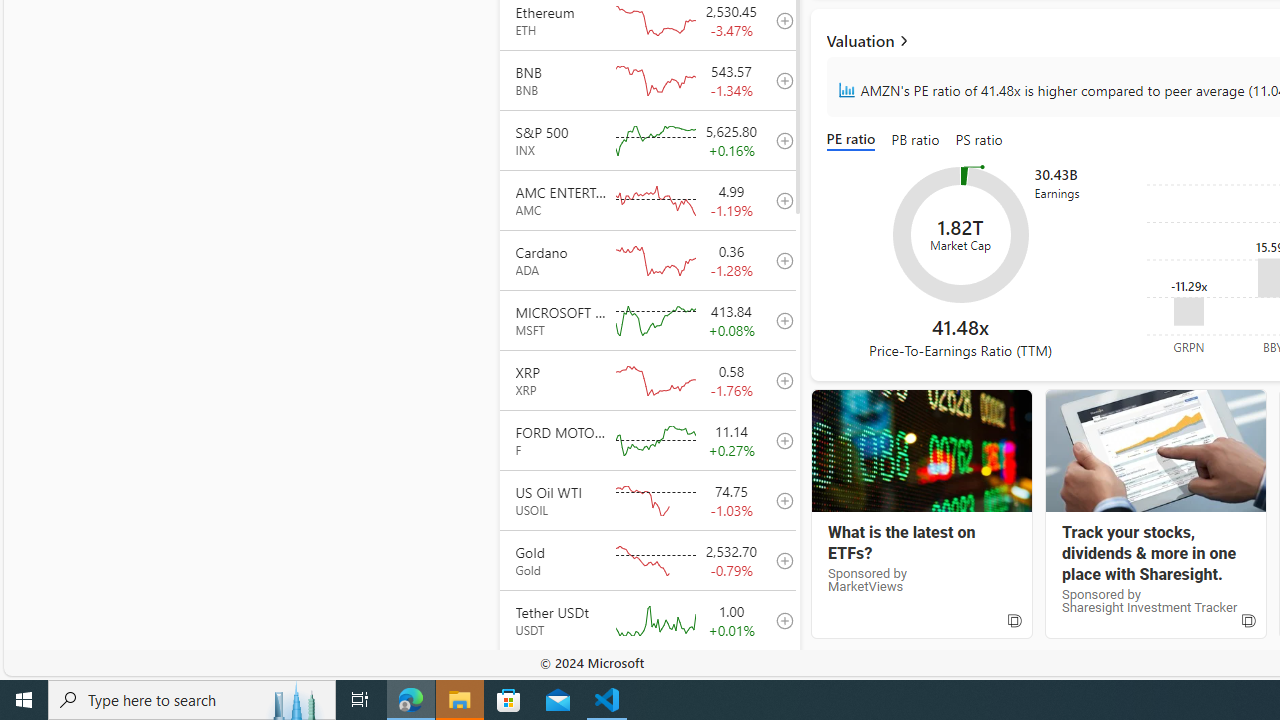 The height and width of the screenshot is (720, 1280). I want to click on 'PB ratio', so click(914, 140).